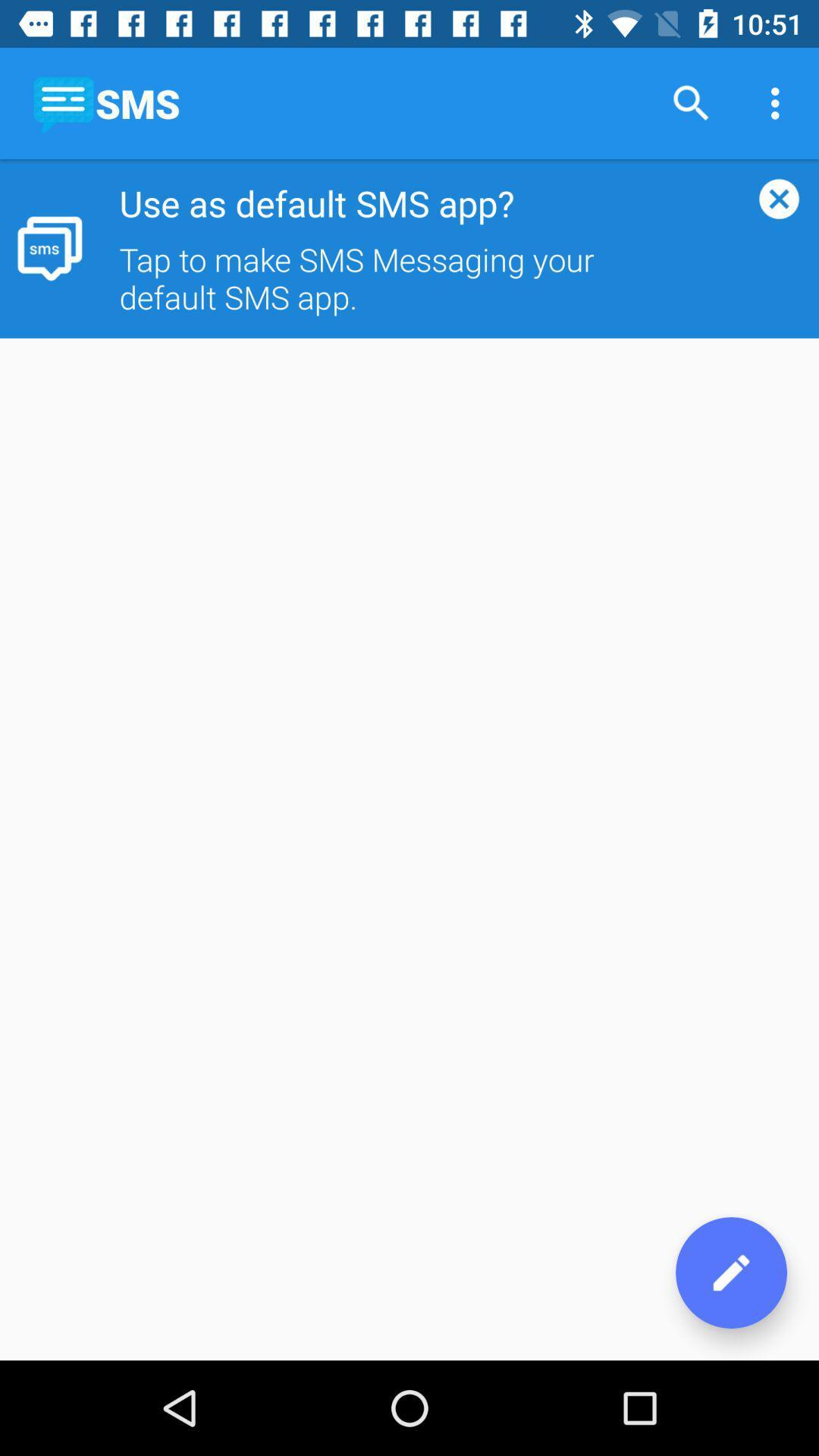 This screenshot has width=819, height=1456. I want to click on item next to sms icon, so click(691, 102).